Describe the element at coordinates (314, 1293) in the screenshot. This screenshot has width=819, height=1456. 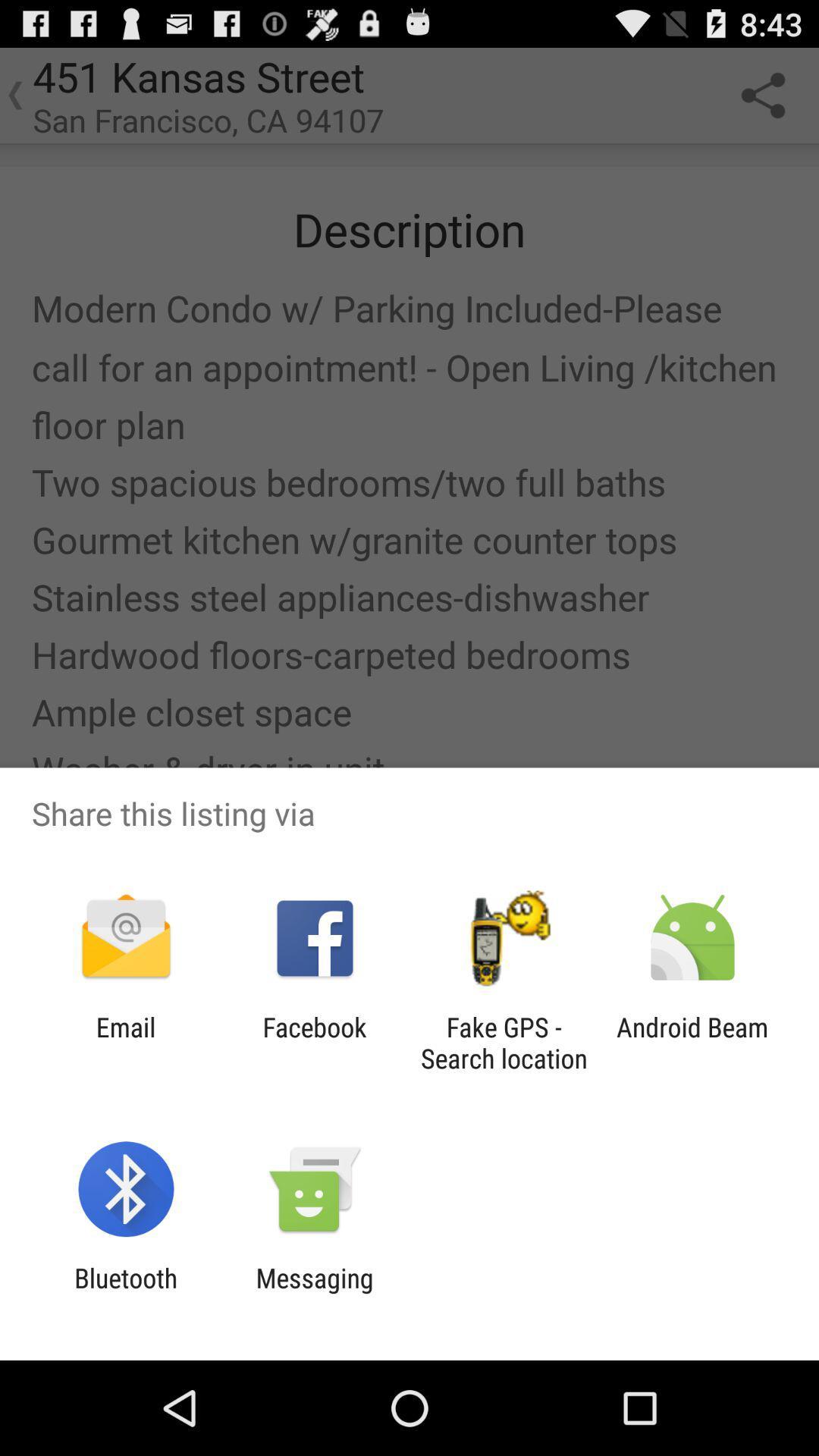
I see `app to the right of bluetooth icon` at that location.